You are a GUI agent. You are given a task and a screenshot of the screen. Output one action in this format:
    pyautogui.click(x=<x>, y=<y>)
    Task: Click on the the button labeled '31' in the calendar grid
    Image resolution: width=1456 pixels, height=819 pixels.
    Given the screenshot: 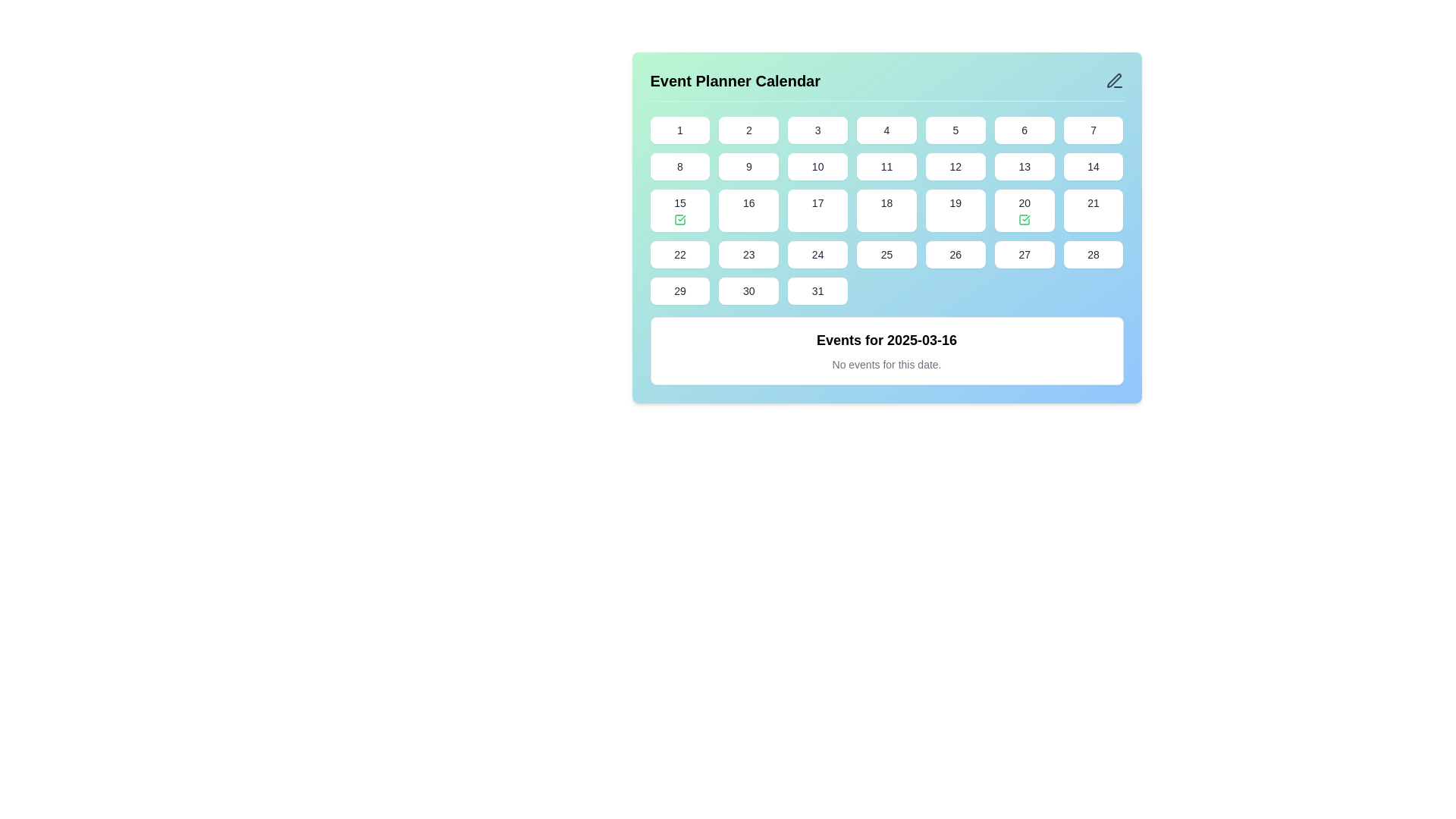 What is the action you would take?
    pyautogui.click(x=817, y=291)
    